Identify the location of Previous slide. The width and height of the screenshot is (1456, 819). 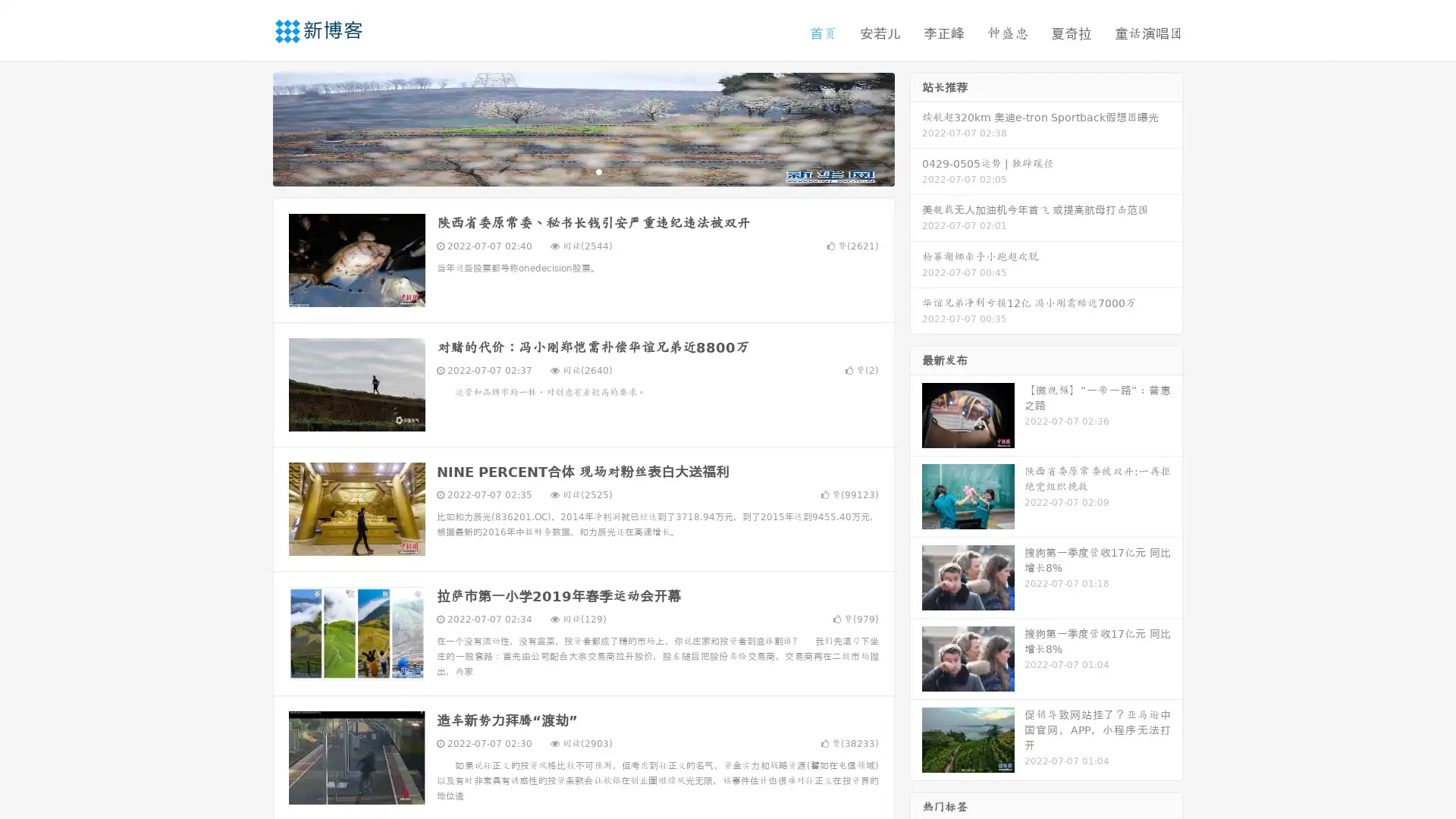
(250, 127).